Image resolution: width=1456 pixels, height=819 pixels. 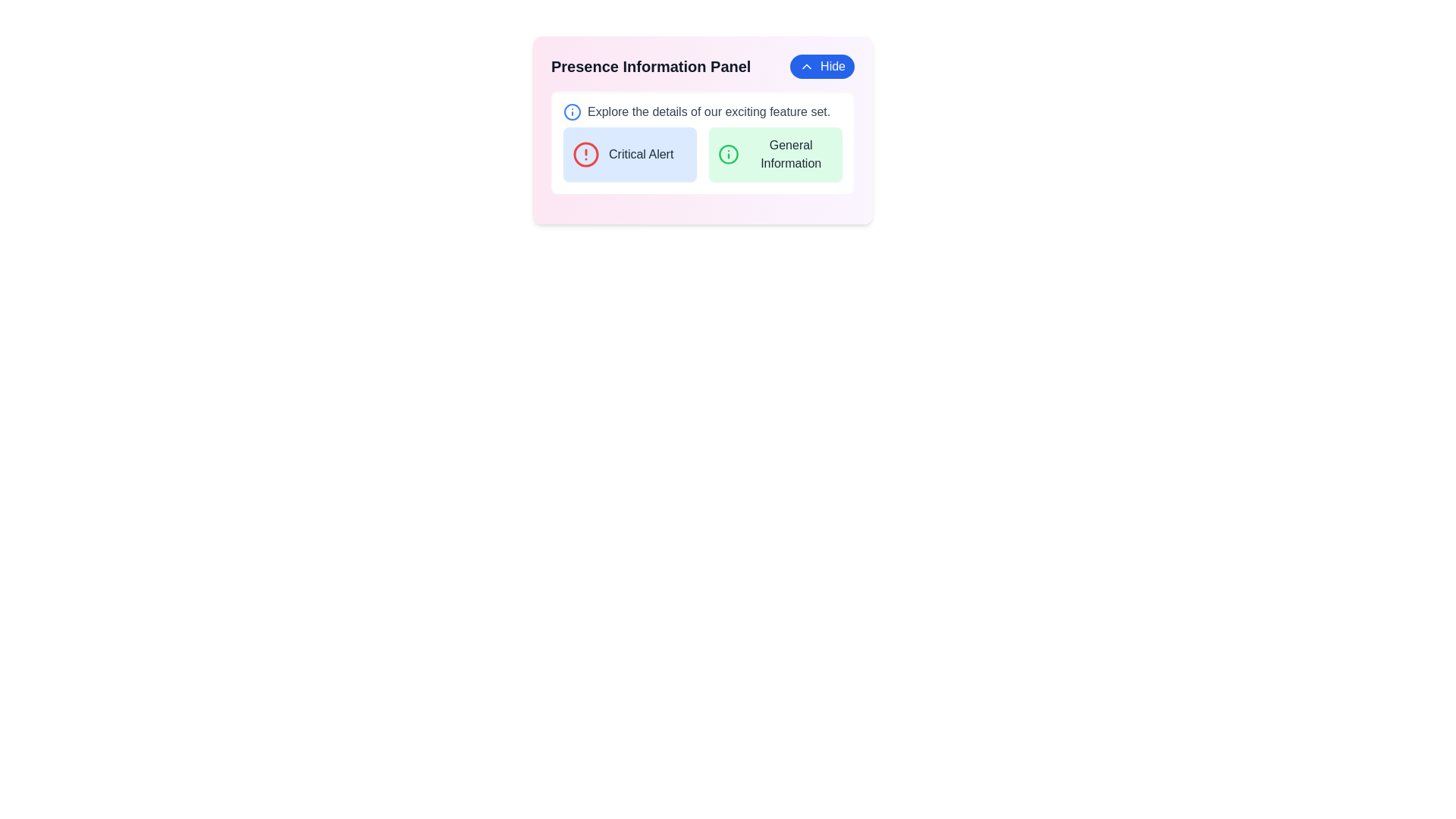 I want to click on text displayed in the Text Label that contains 'Explore the details of our exciting feature set', which is styled in medium gray and is positioned to the right of the blue 'info' icon, so click(x=708, y=111).